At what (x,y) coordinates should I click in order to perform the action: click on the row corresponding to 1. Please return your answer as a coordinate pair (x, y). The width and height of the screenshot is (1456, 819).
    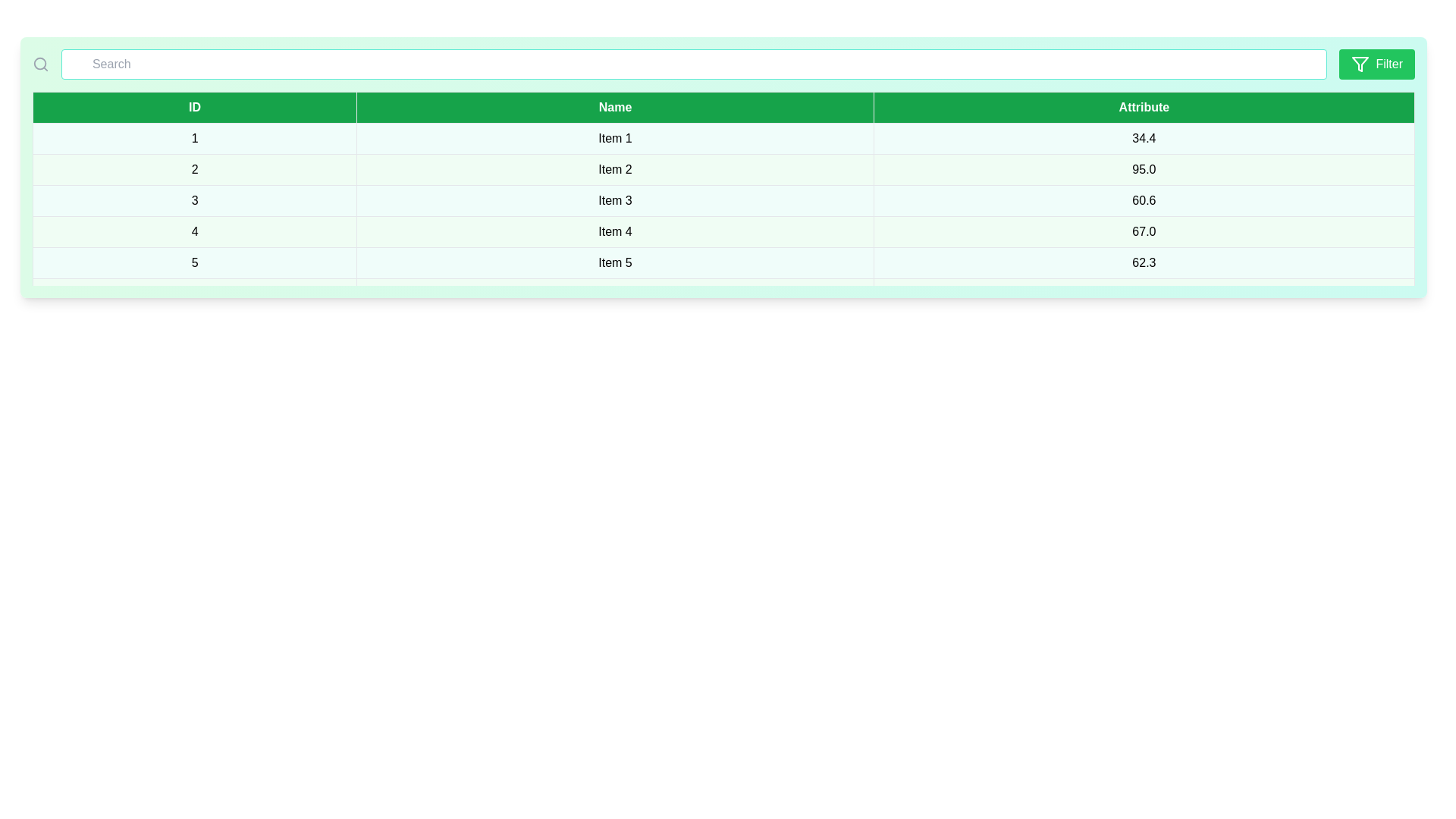
    Looking at the image, I should click on (378, 152).